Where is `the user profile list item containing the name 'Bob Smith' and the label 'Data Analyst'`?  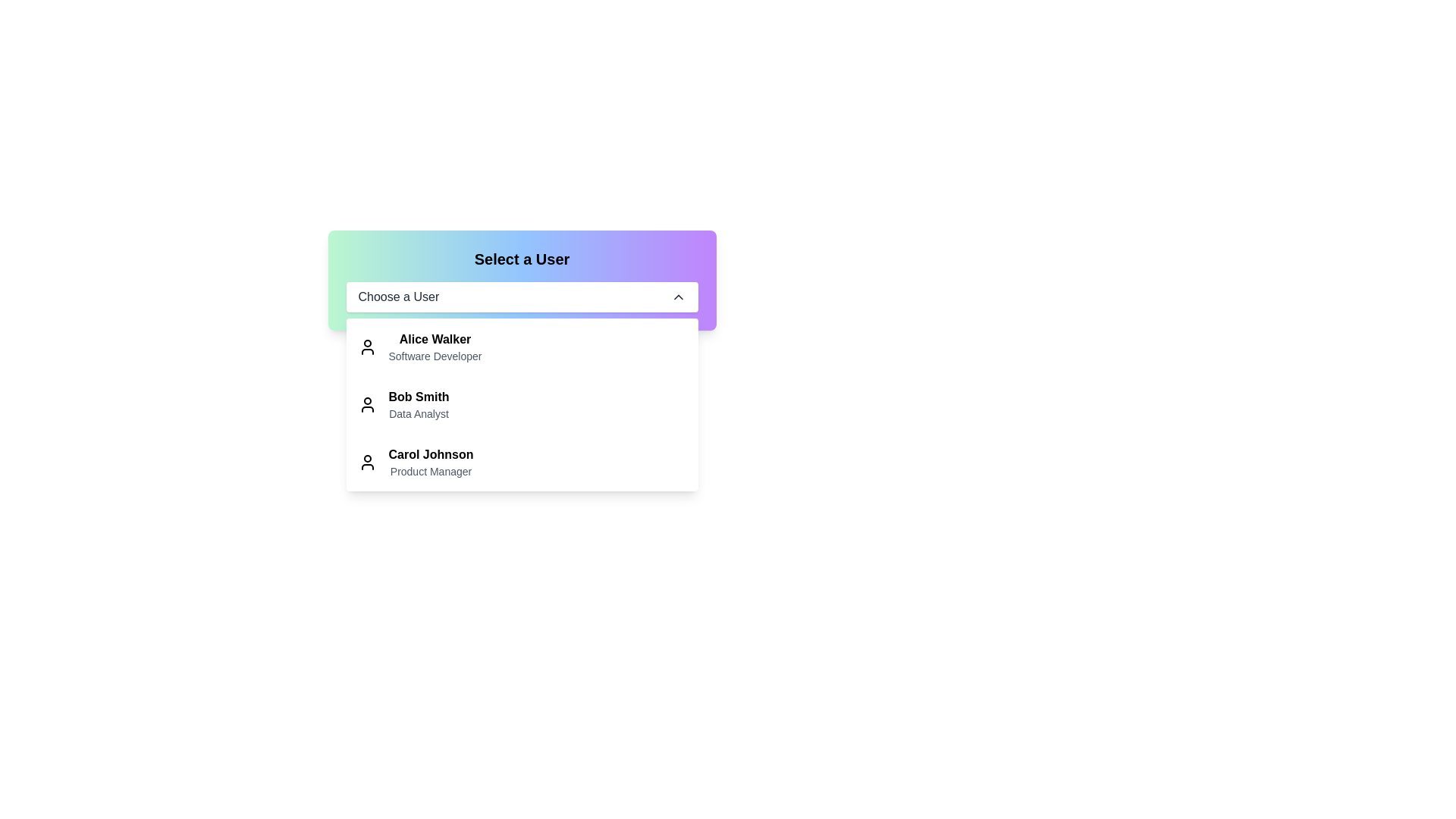 the user profile list item containing the name 'Bob Smith' and the label 'Data Analyst' is located at coordinates (419, 403).